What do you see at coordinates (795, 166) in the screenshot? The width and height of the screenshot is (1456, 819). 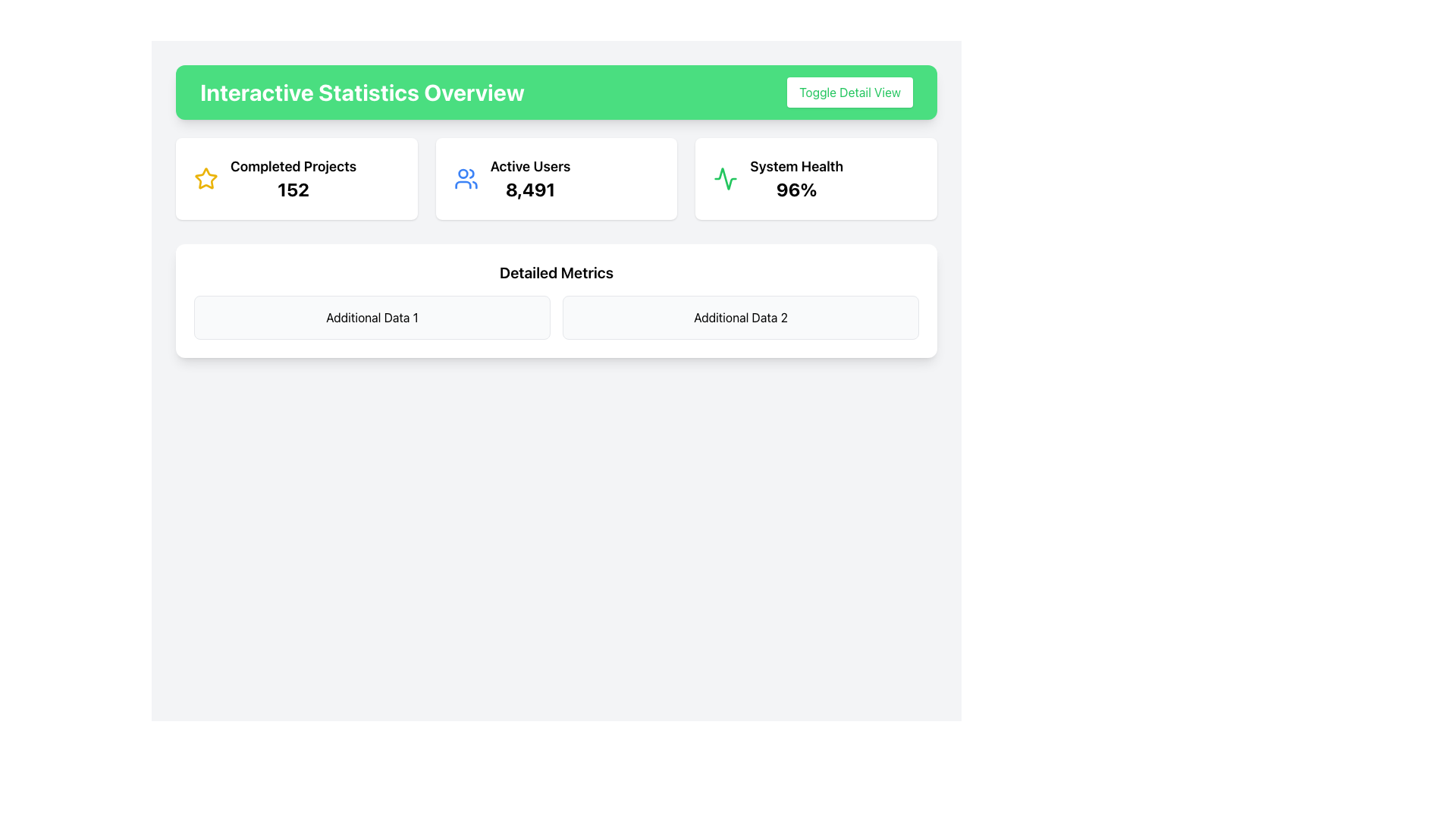 I see `the health status metric label located in the upper right portion of the interface, which is the third item after 'Completed Projects' and 'Active Users'` at bounding box center [795, 166].